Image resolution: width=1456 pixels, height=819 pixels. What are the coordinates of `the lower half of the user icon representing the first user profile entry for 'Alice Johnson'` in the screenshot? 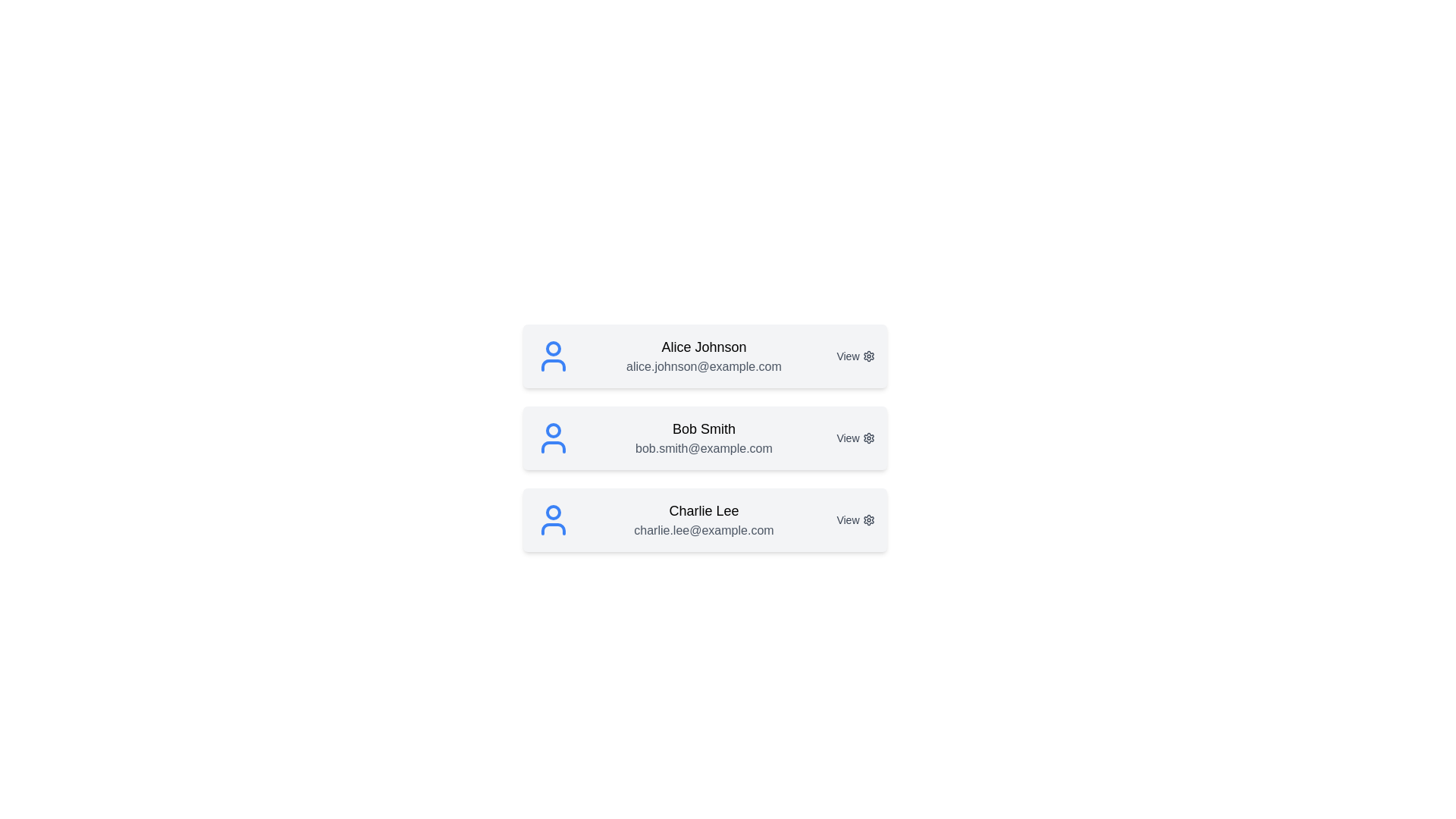 It's located at (552, 366).